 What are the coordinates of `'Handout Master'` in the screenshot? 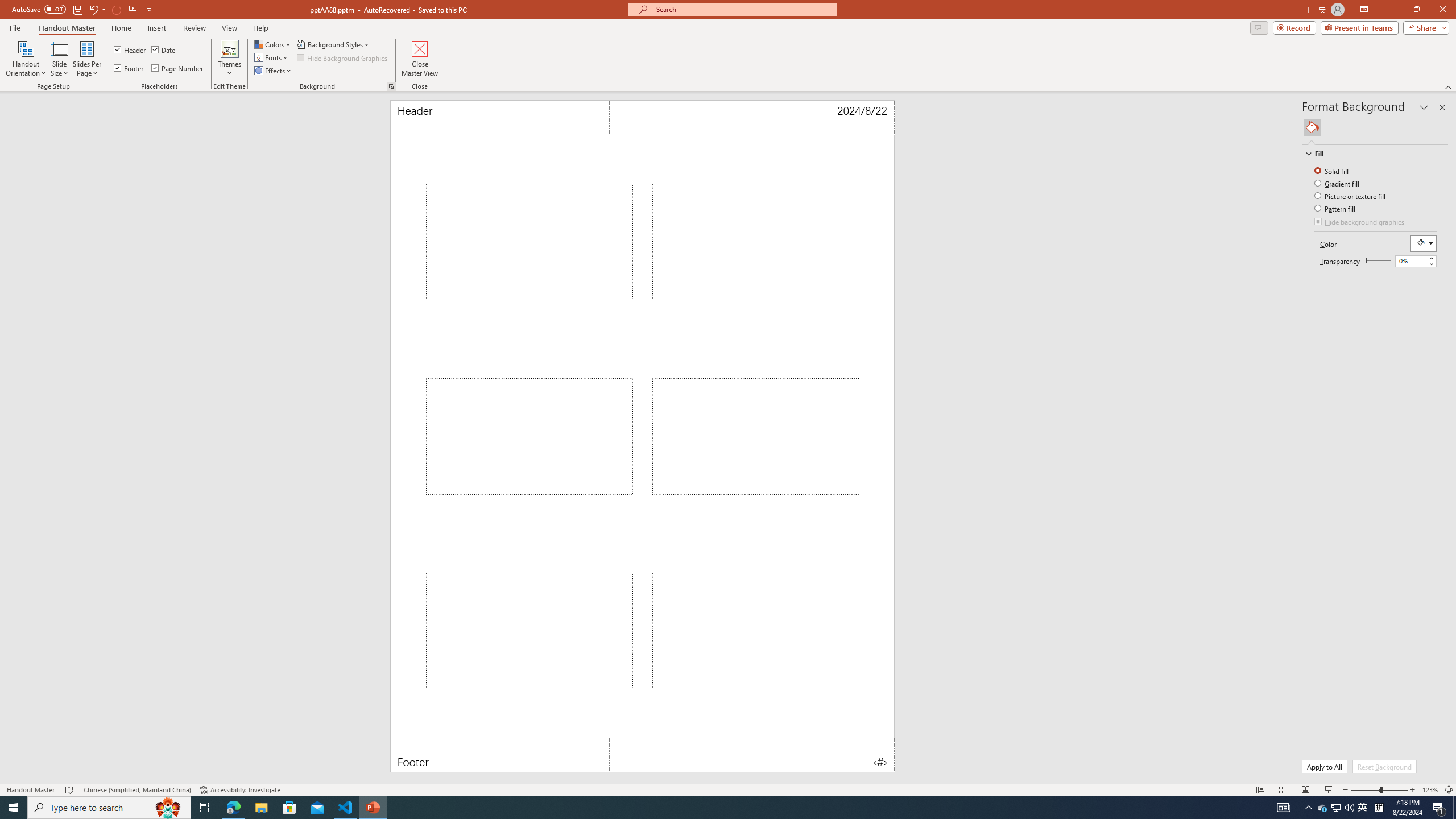 It's located at (67, 28).